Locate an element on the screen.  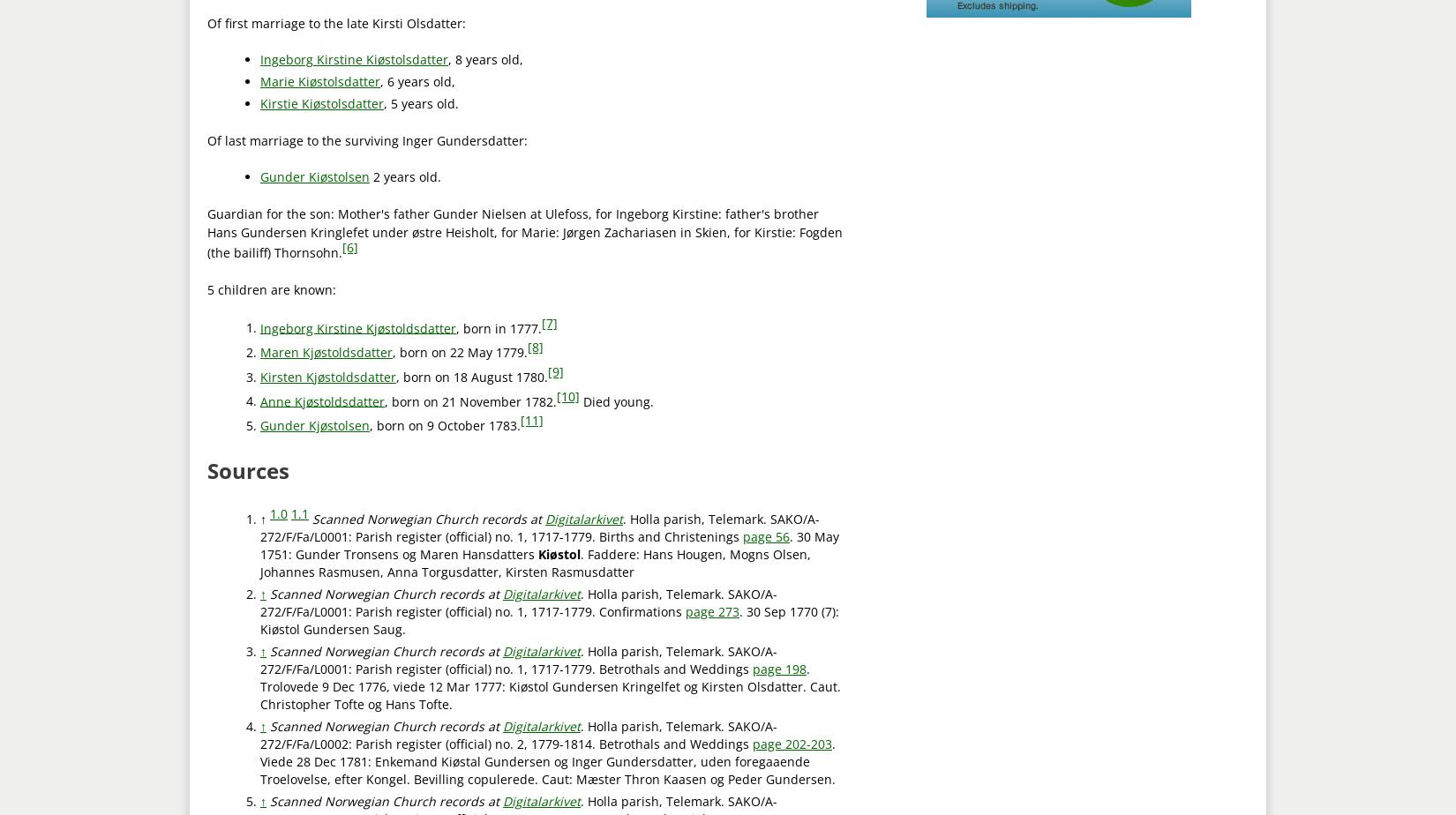
'Anne Kjøstoldsdatter' is located at coordinates (322, 400).